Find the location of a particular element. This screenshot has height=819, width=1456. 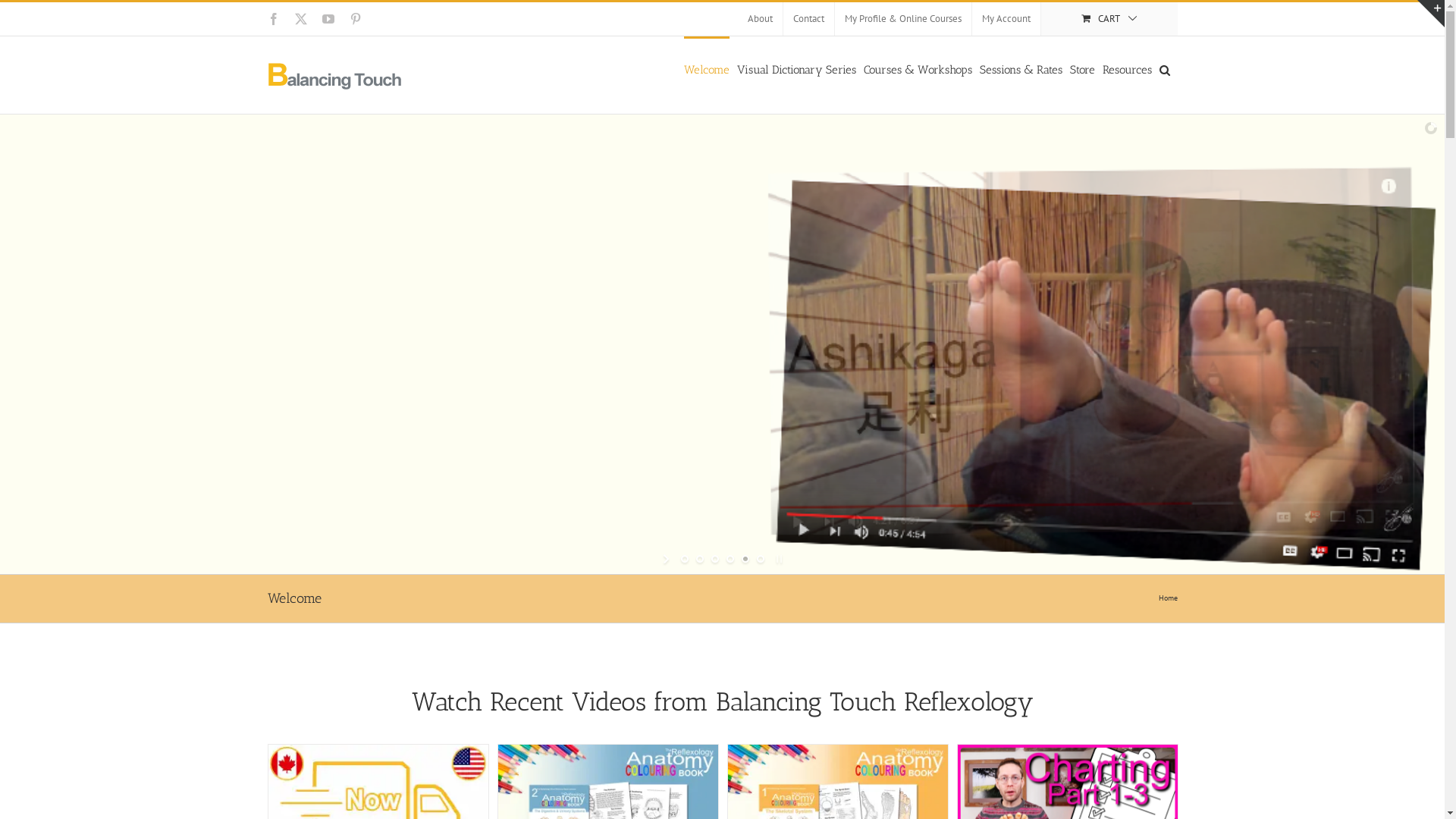

'My Account' is located at coordinates (971, 18).